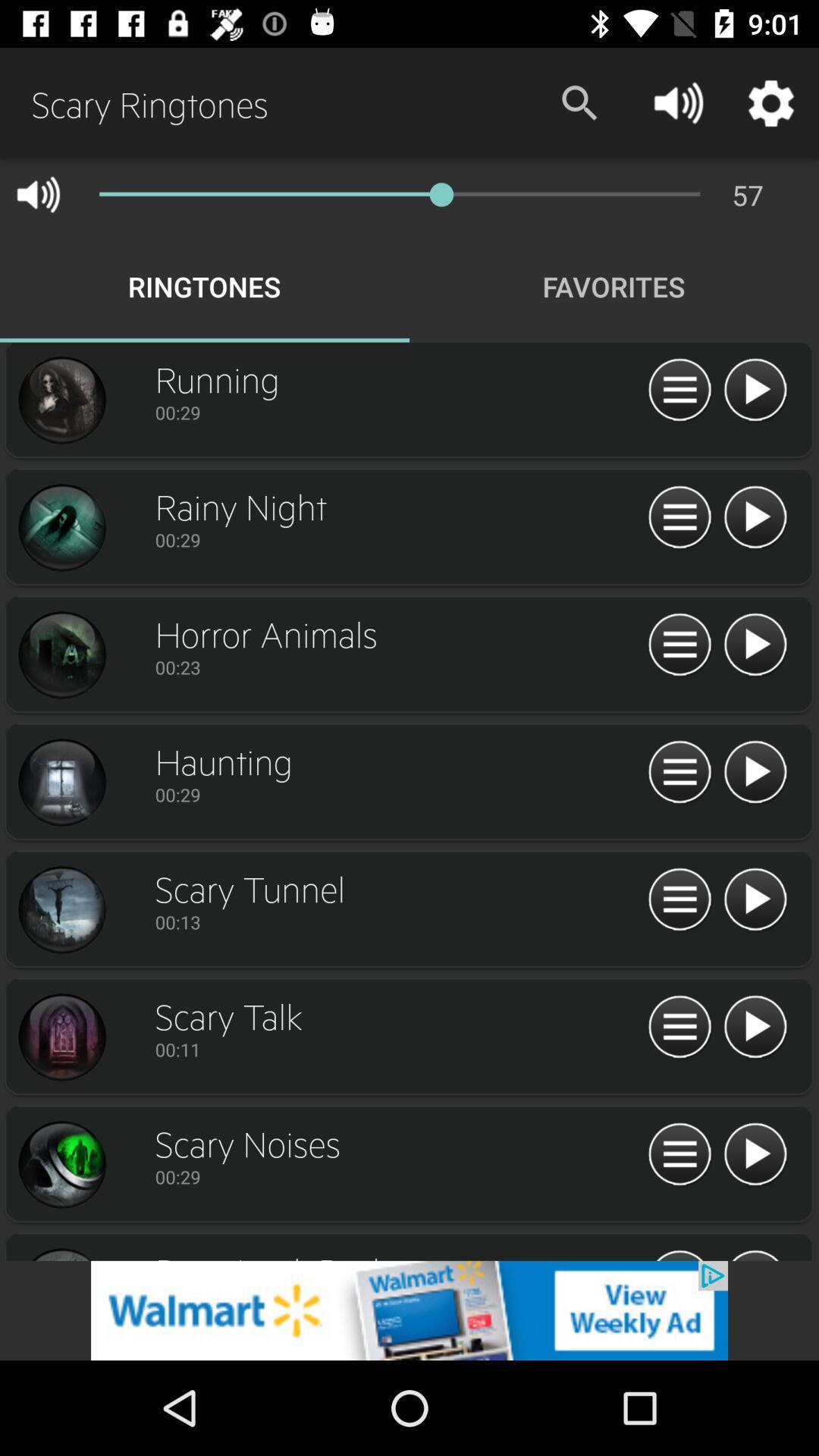 The width and height of the screenshot is (819, 1456). I want to click on play, so click(679, 645).